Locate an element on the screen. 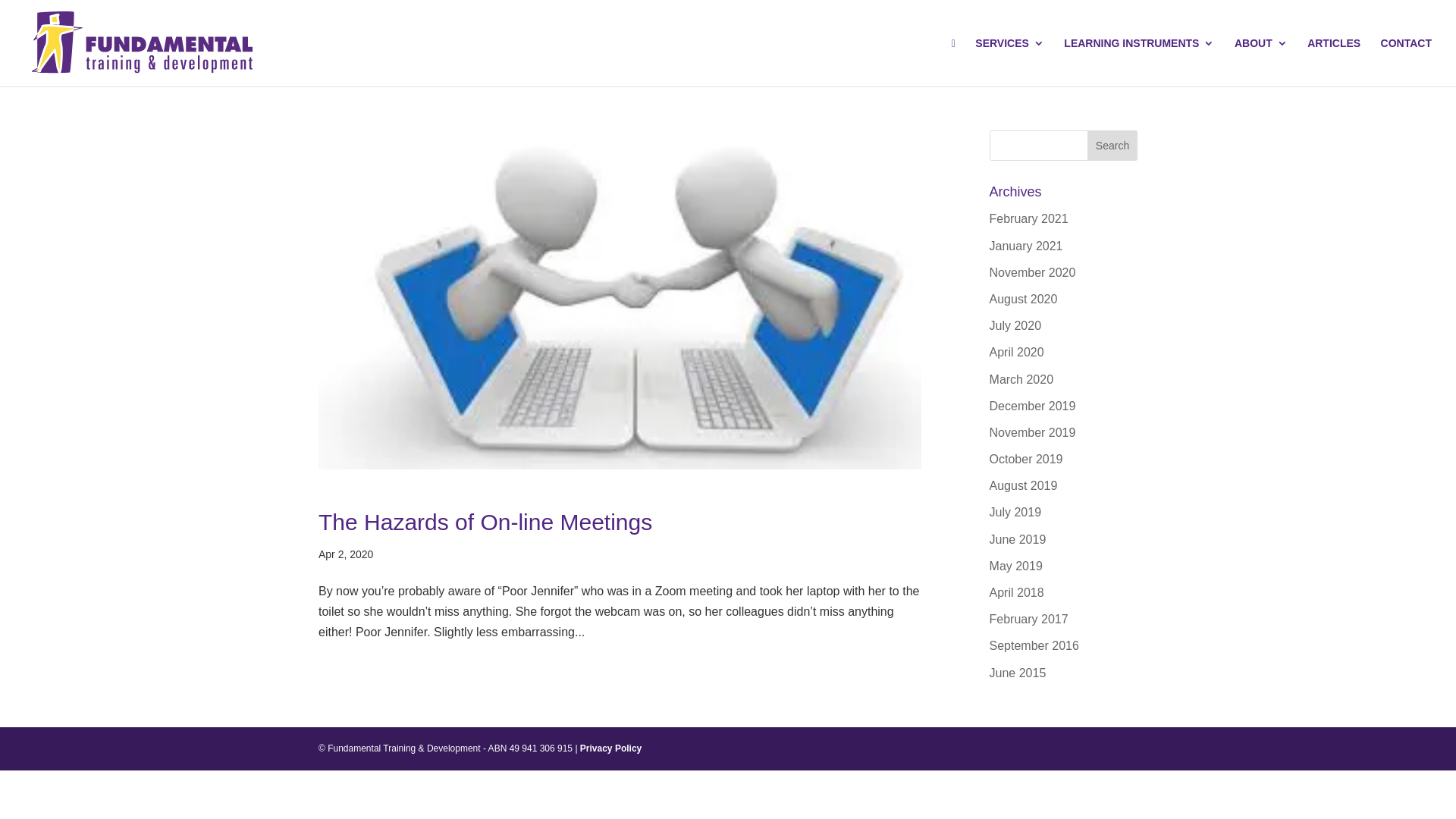 This screenshot has width=1456, height=819. 'January 2021' is located at coordinates (1026, 245).